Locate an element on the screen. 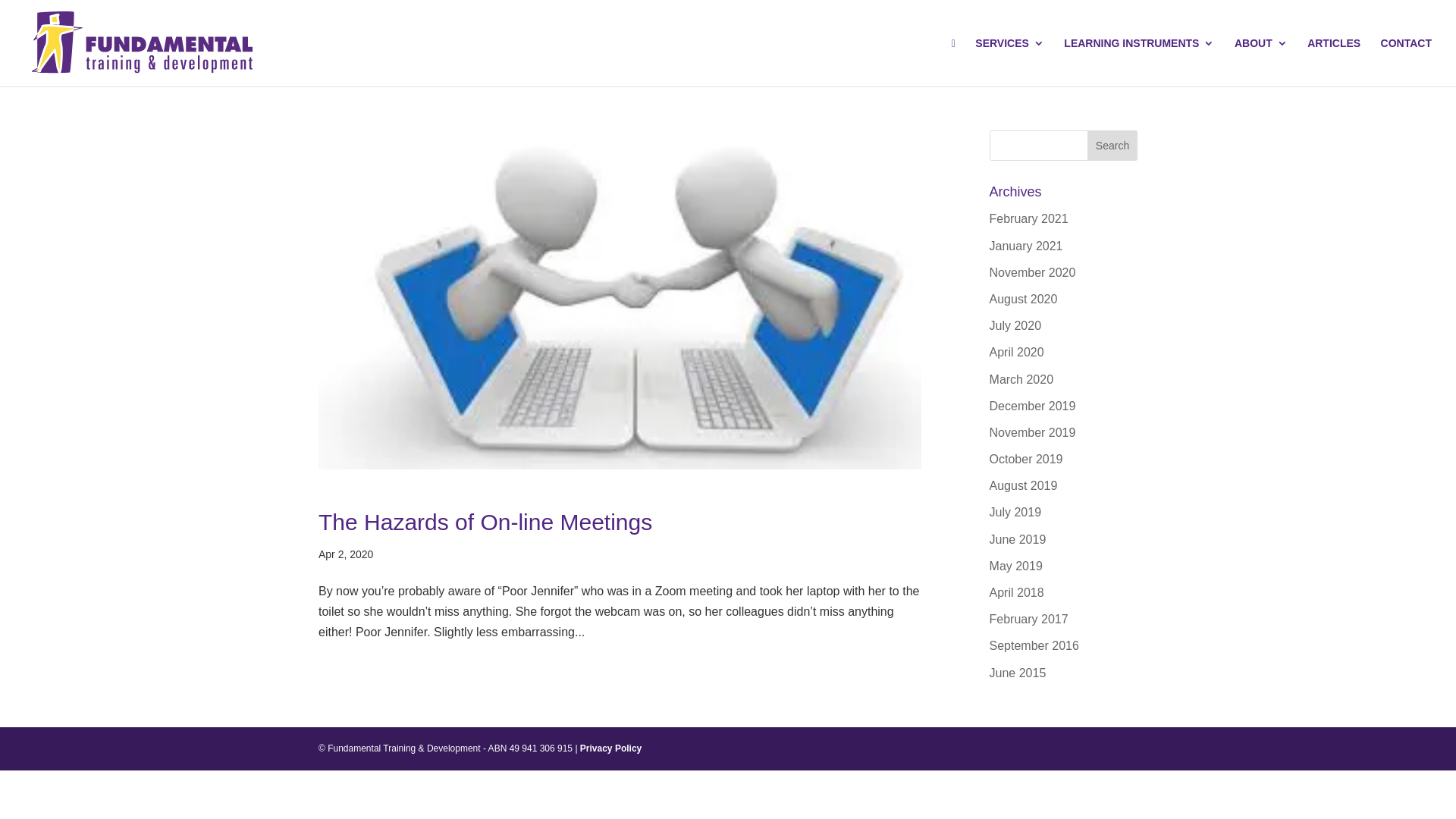 This screenshot has width=1456, height=819. 'January 2021' is located at coordinates (1026, 245).